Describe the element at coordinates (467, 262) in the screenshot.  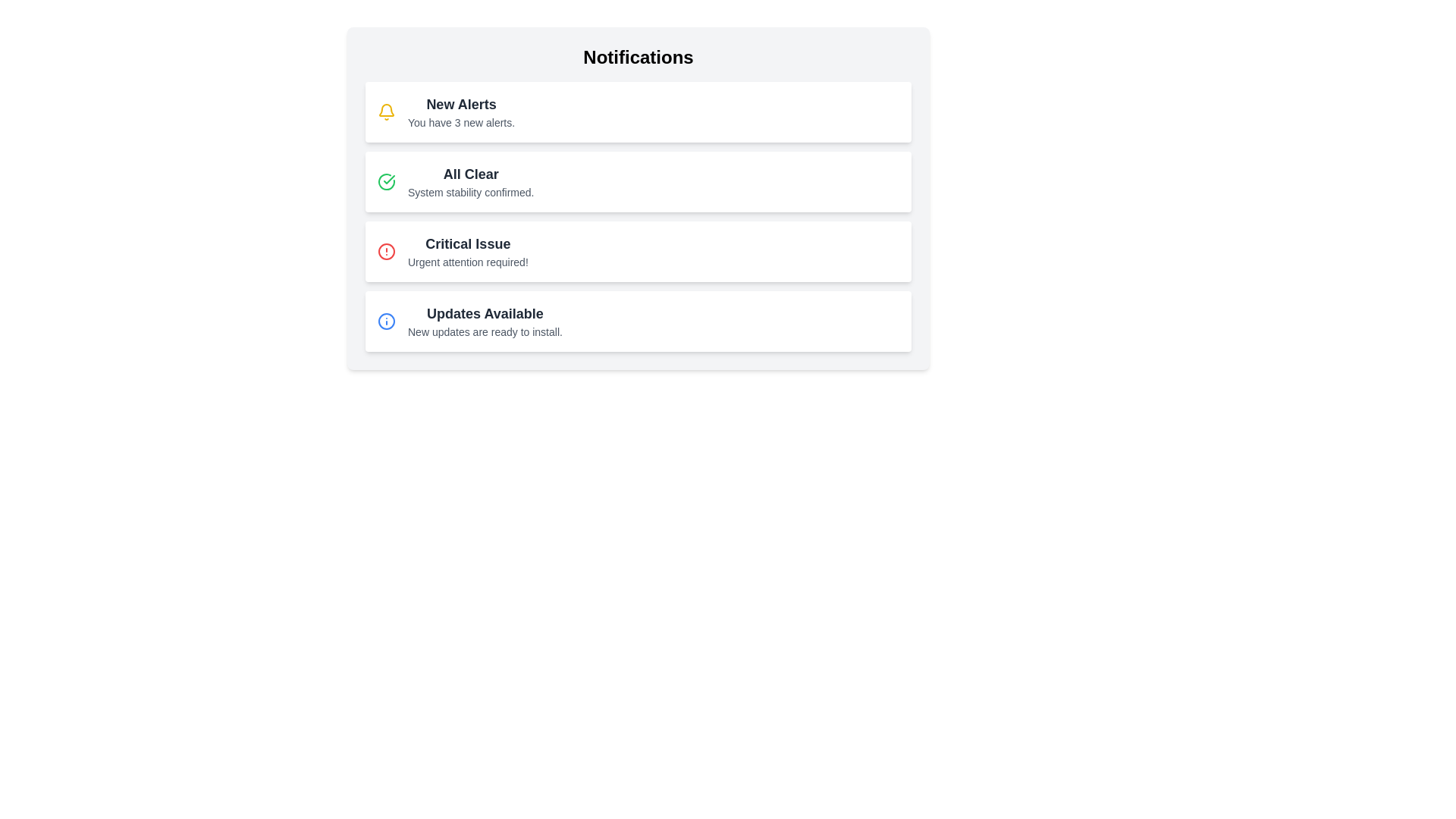
I see `the text label displaying 'Urgent attention required!' located beneath the 'Critical Issue' text in the third row of the notification card` at that location.